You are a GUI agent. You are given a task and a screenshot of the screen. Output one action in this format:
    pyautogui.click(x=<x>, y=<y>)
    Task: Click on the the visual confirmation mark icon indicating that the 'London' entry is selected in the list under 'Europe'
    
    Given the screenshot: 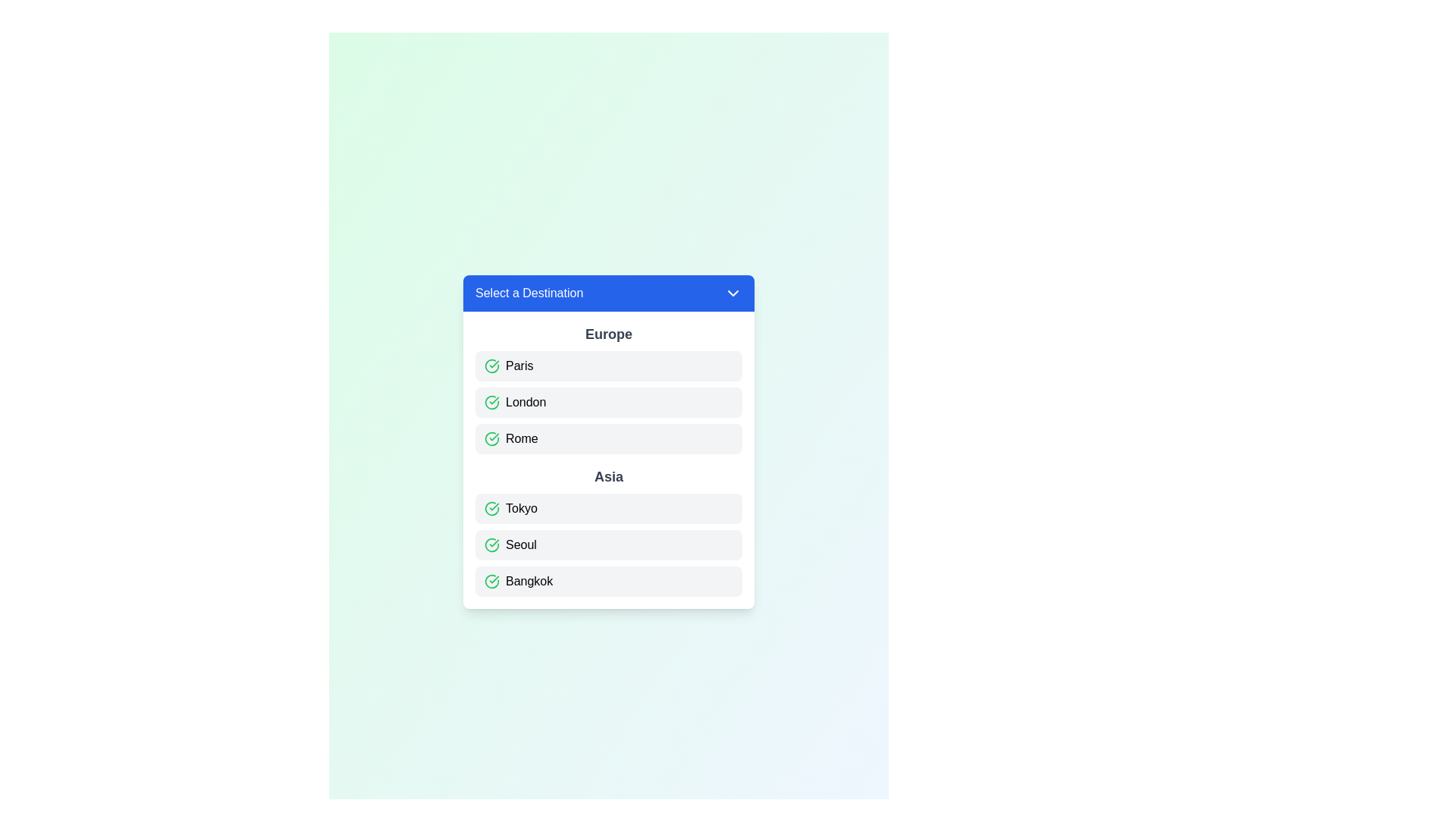 What is the action you would take?
    pyautogui.click(x=491, y=402)
    